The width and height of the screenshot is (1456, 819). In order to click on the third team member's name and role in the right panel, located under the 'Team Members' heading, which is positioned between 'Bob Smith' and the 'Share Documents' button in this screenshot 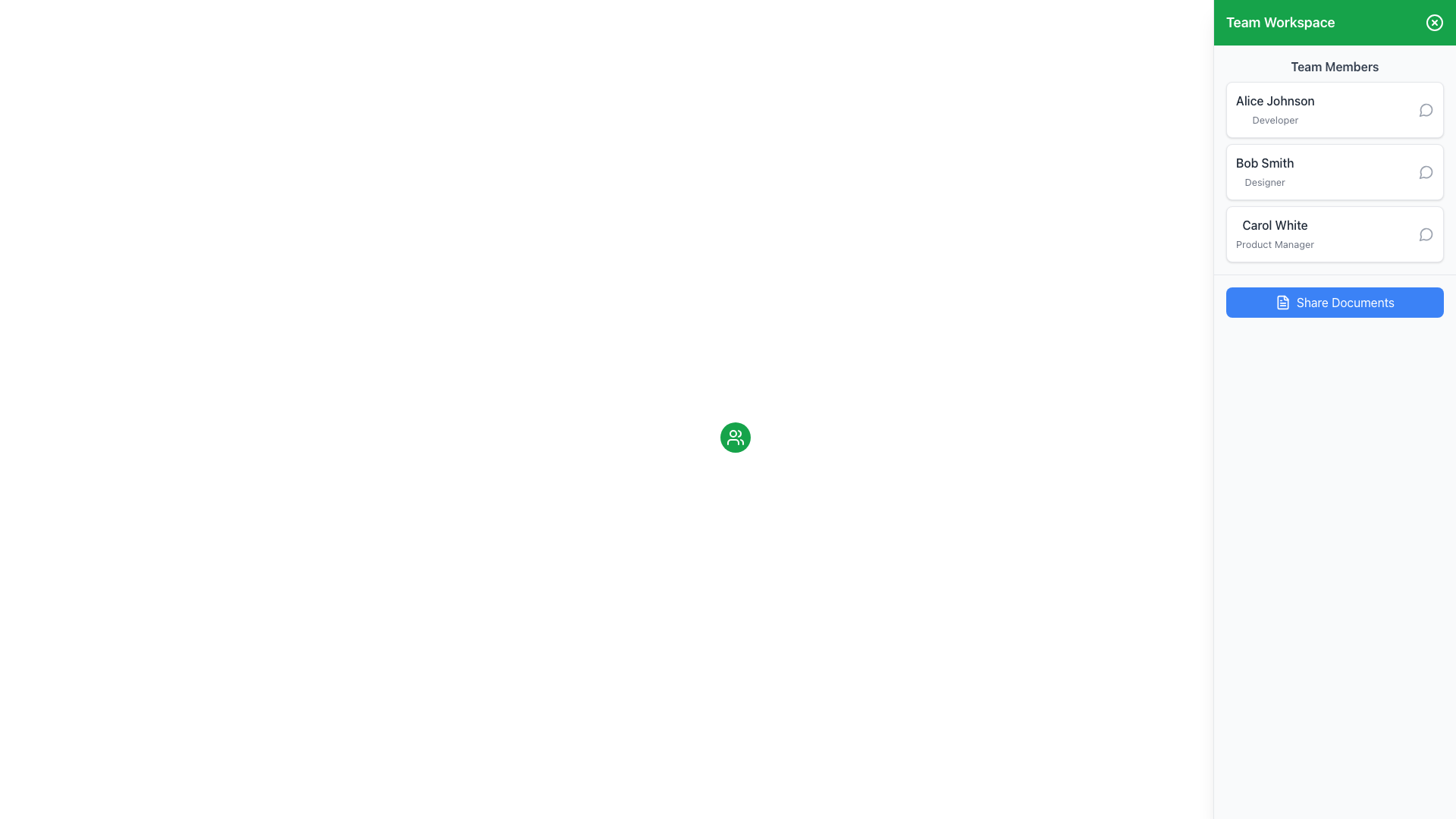, I will do `click(1274, 234)`.